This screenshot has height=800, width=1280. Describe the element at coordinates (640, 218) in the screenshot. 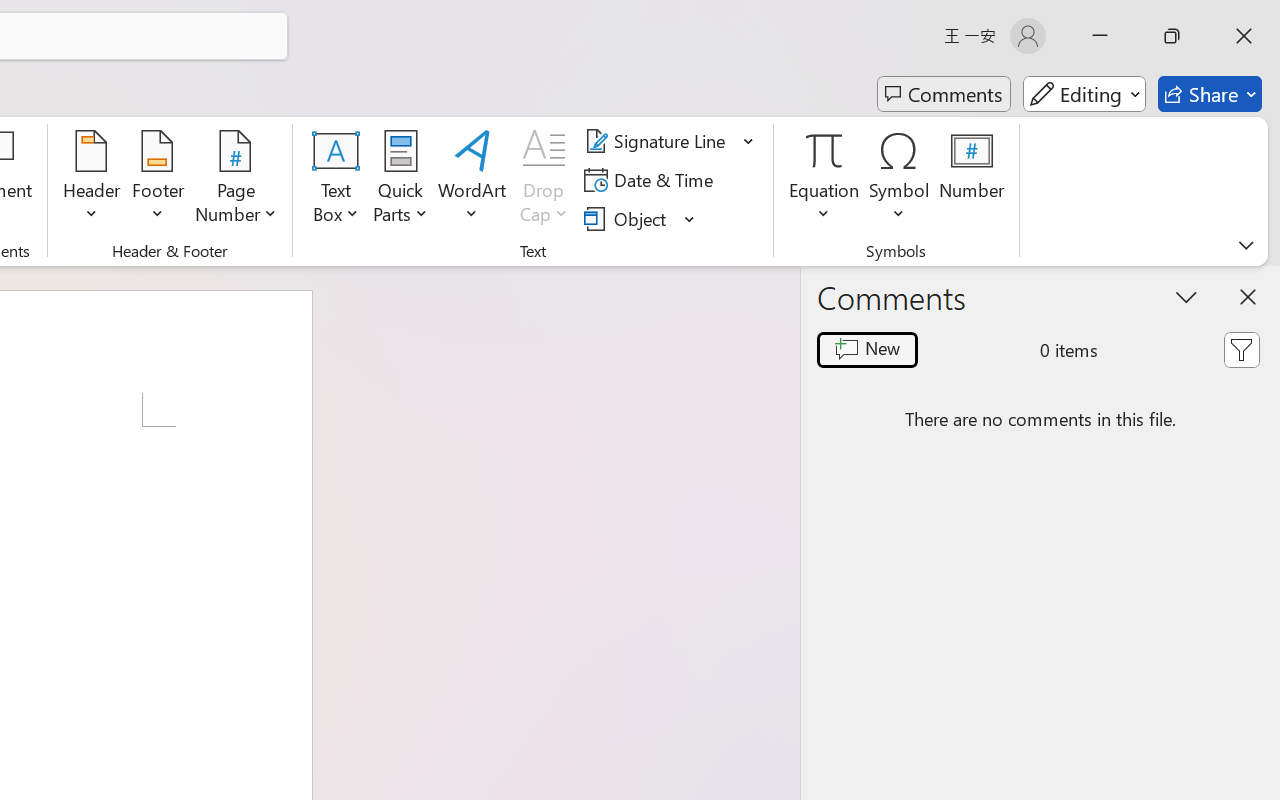

I see `'Object...'` at that location.